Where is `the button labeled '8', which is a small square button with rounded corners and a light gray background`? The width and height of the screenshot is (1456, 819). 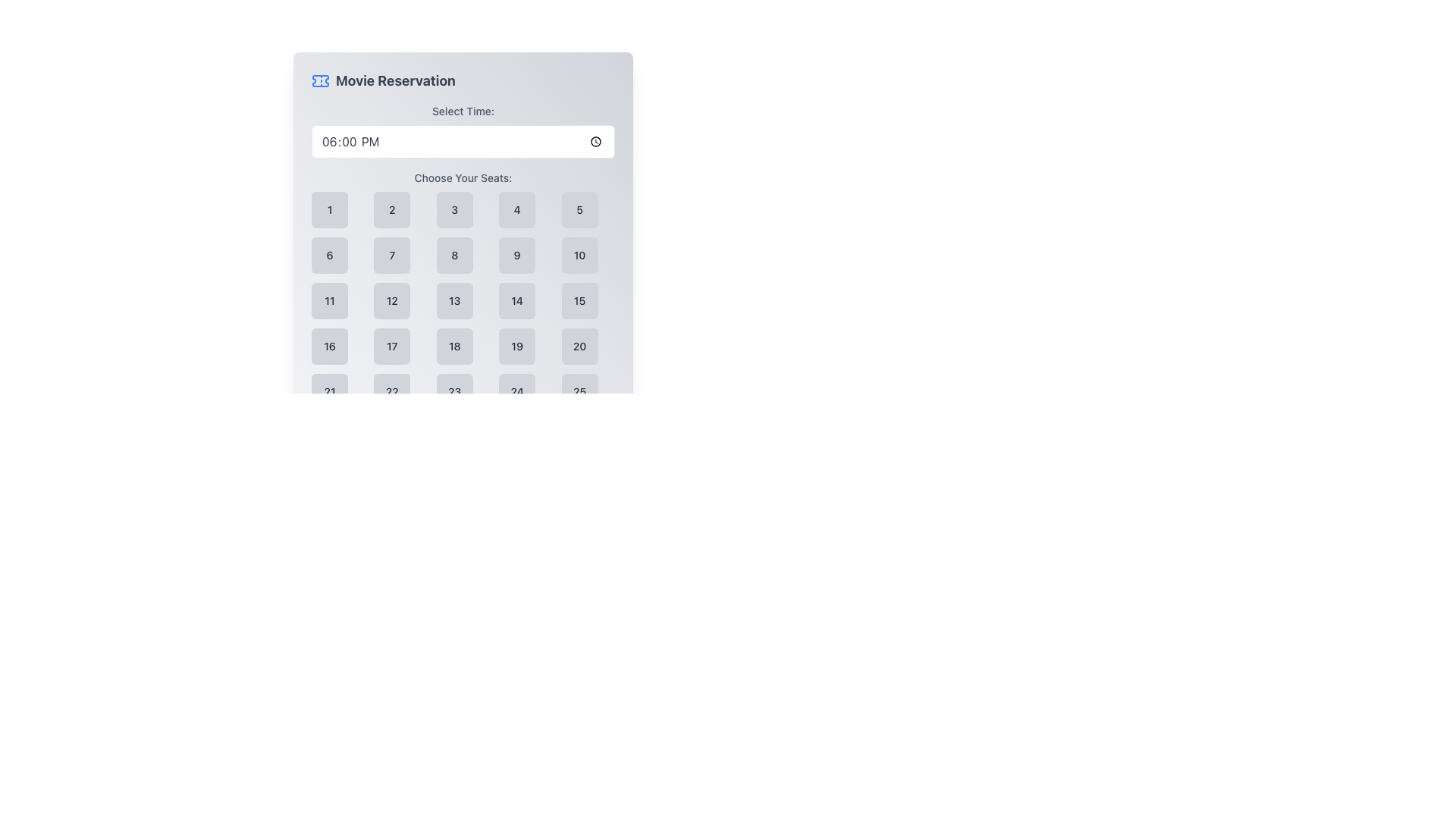
the button labeled '8', which is a small square button with rounded corners and a light gray background is located at coordinates (453, 254).